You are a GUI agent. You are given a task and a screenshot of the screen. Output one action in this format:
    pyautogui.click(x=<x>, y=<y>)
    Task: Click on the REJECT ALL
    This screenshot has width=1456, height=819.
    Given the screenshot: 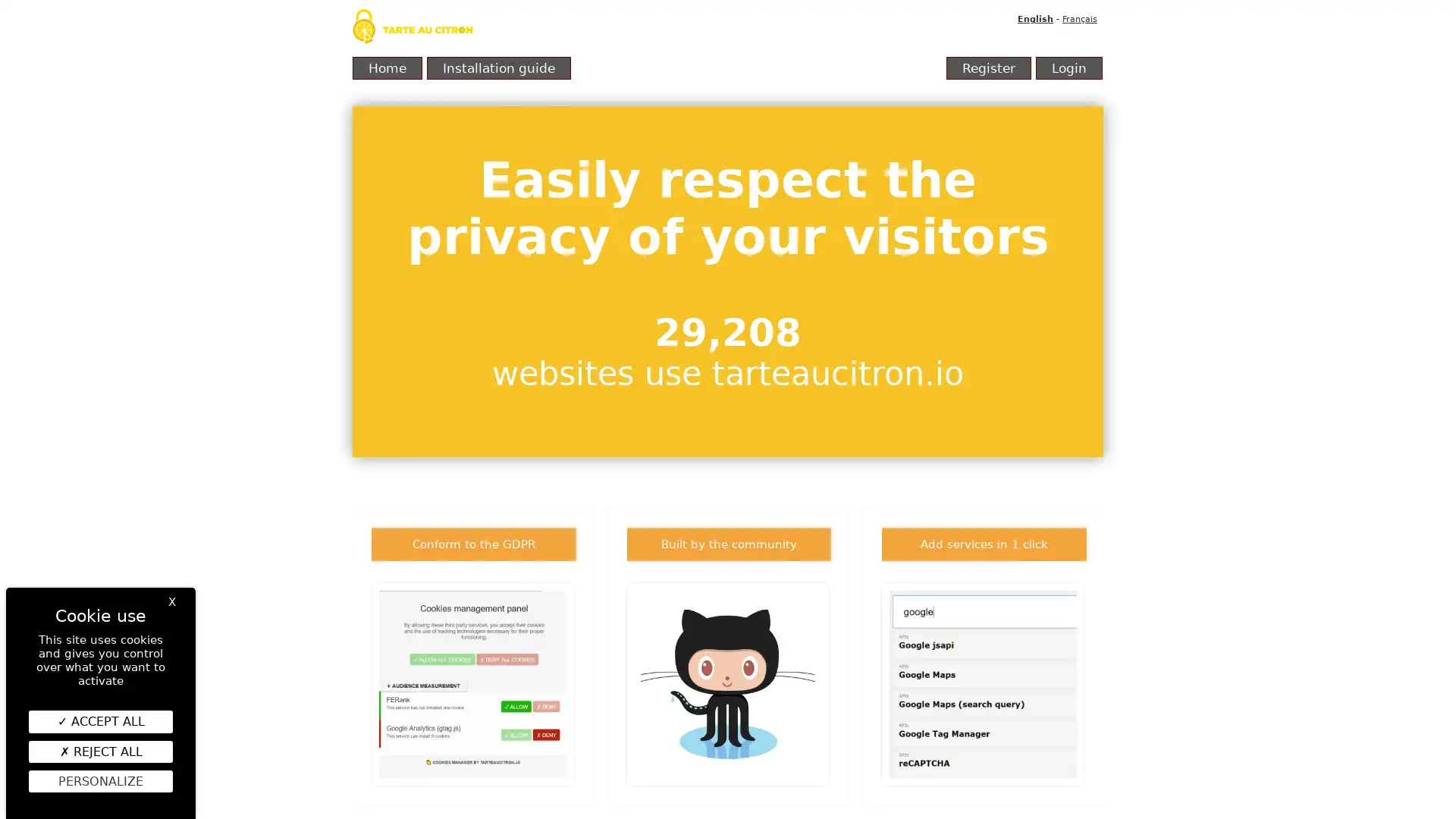 What is the action you would take?
    pyautogui.click(x=100, y=751)
    